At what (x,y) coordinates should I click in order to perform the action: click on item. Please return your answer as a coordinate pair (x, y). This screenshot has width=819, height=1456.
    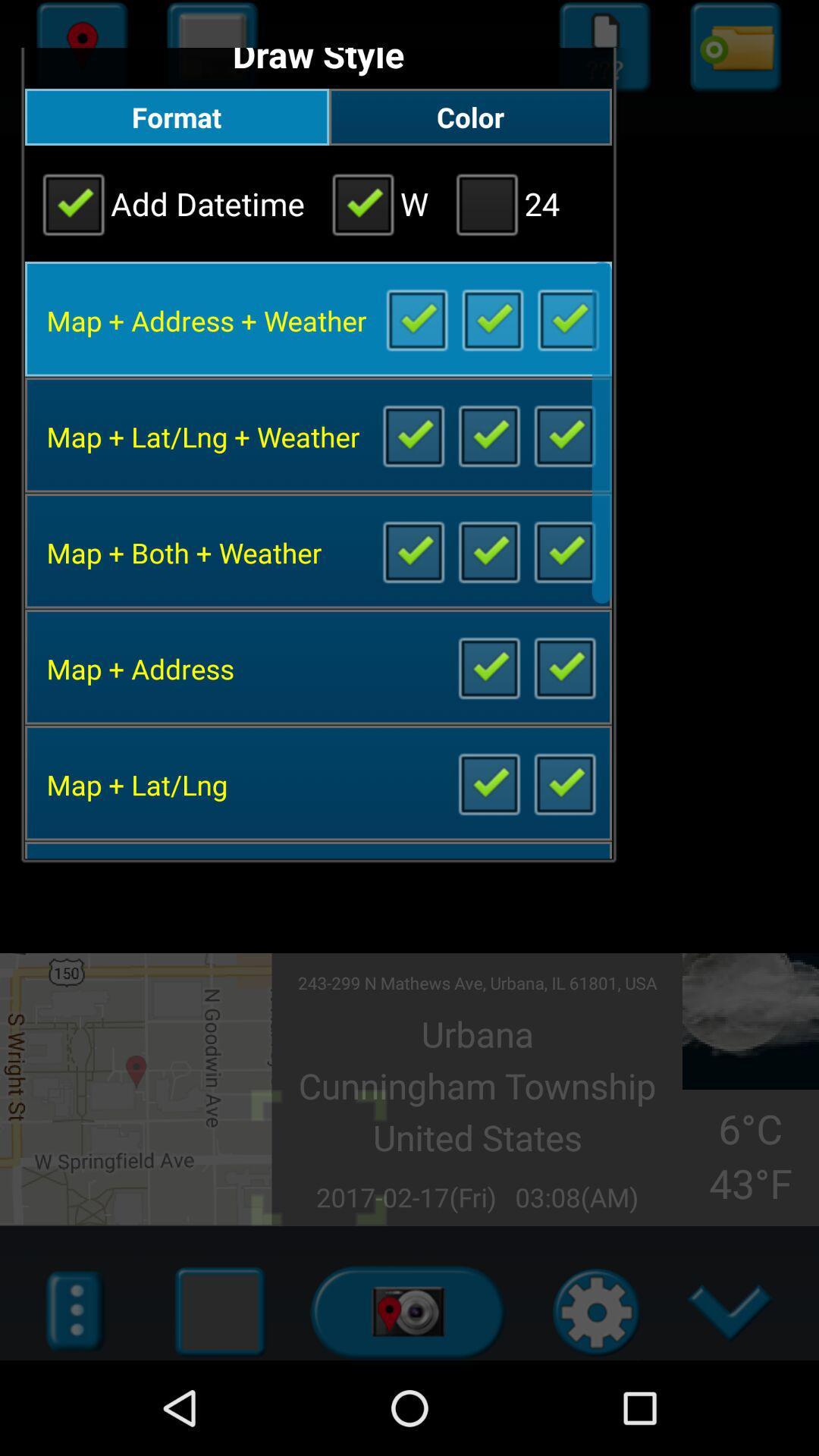
    Looking at the image, I should click on (564, 434).